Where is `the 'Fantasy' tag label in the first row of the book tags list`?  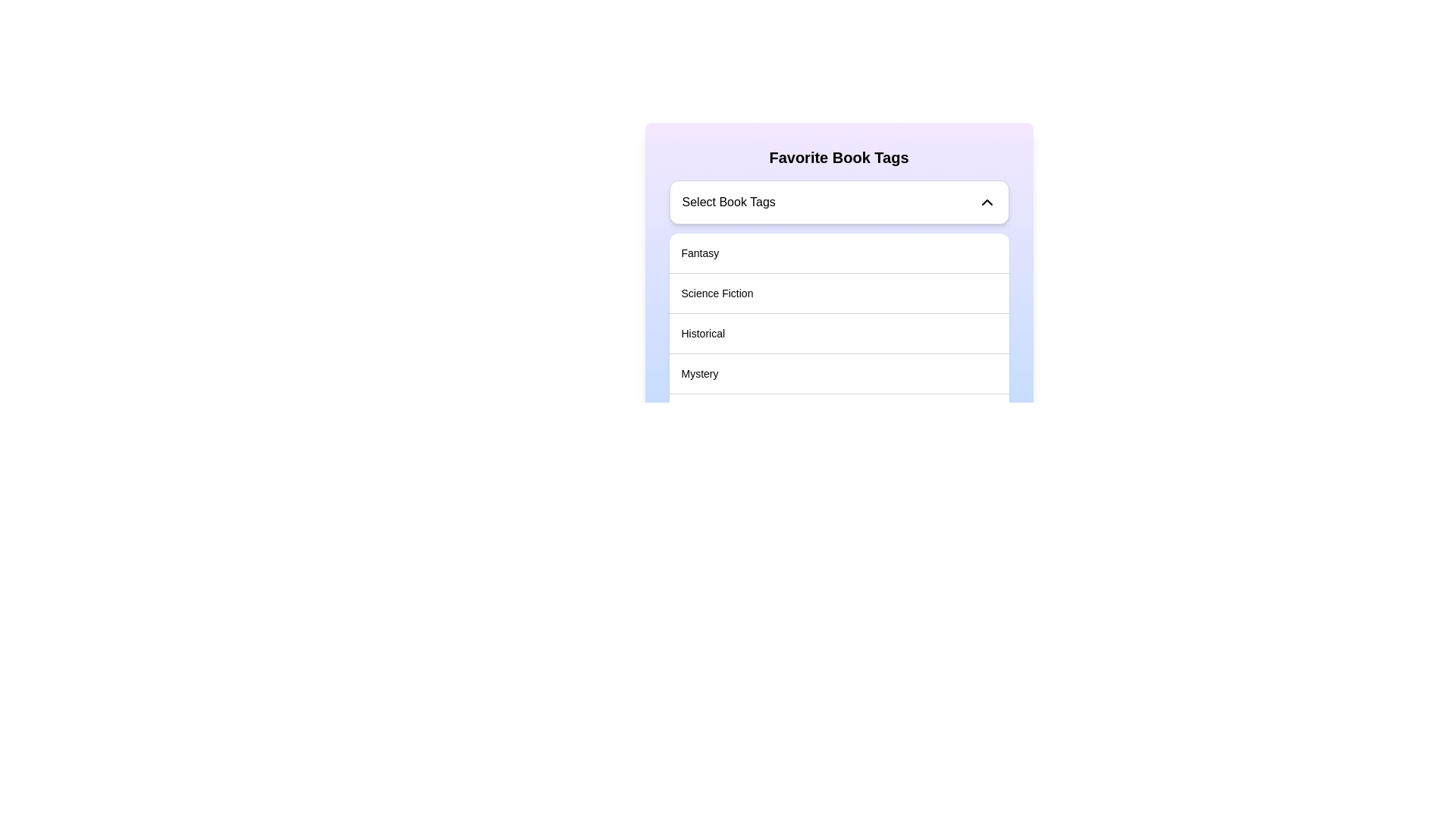
the 'Fantasy' tag label in the first row of the book tags list is located at coordinates (699, 253).